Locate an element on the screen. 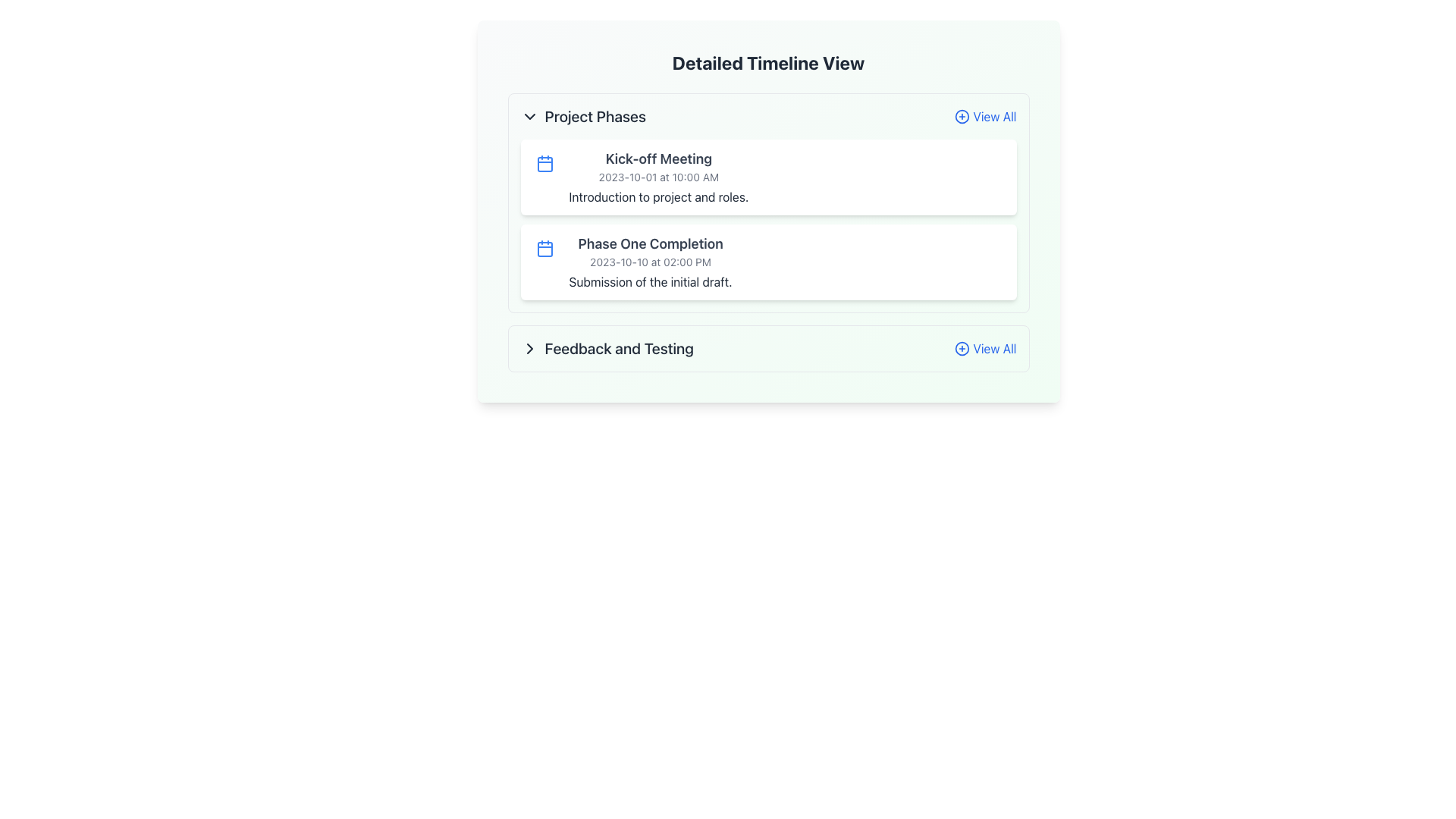  the details of the timeline entries in the vertically stacked list element containing 'Kick-off Meeting' and 'Phase One Completion' is located at coordinates (768, 219).